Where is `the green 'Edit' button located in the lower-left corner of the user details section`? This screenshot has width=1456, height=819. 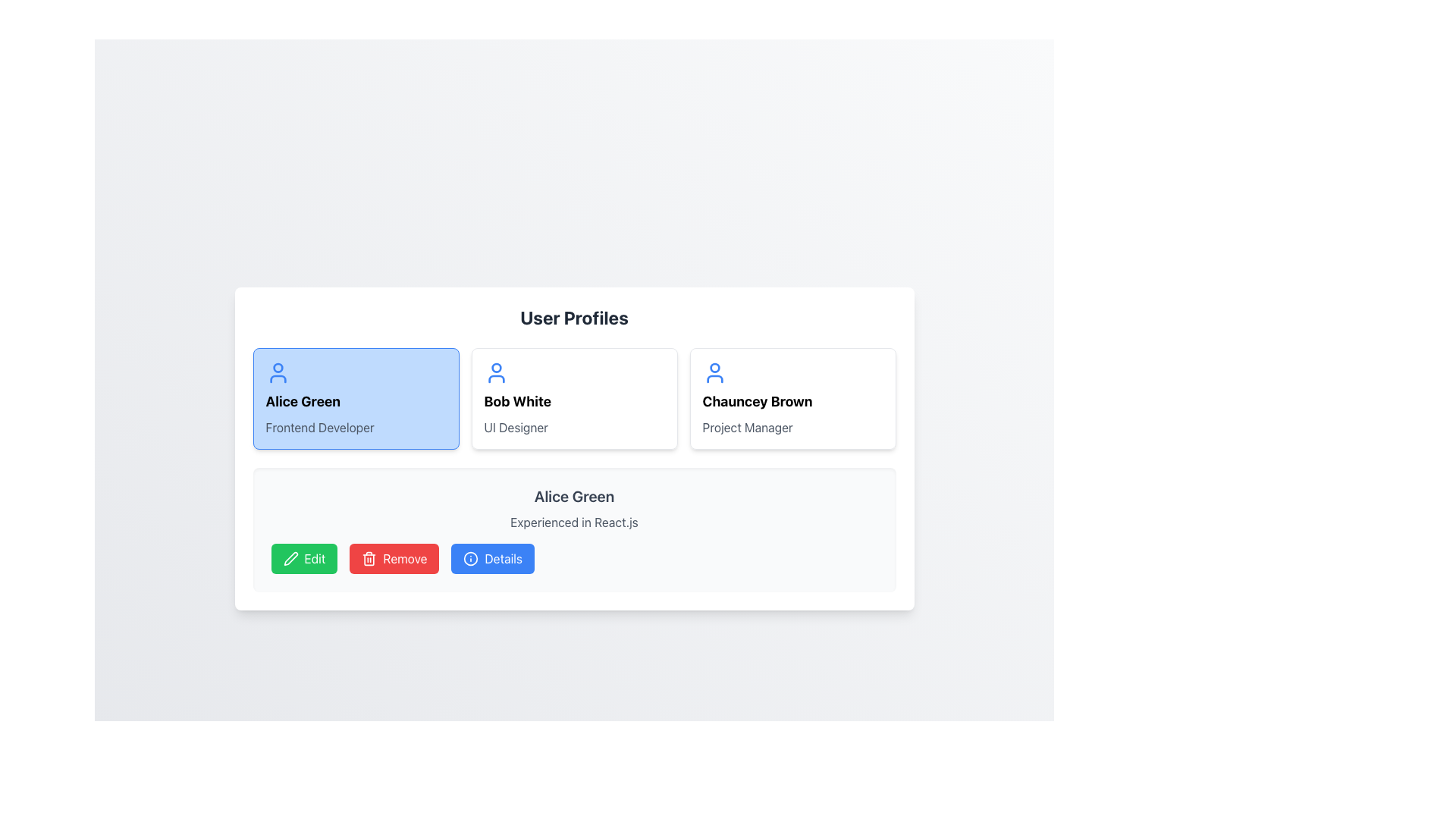
the green 'Edit' button located in the lower-left corner of the user details section is located at coordinates (303, 558).